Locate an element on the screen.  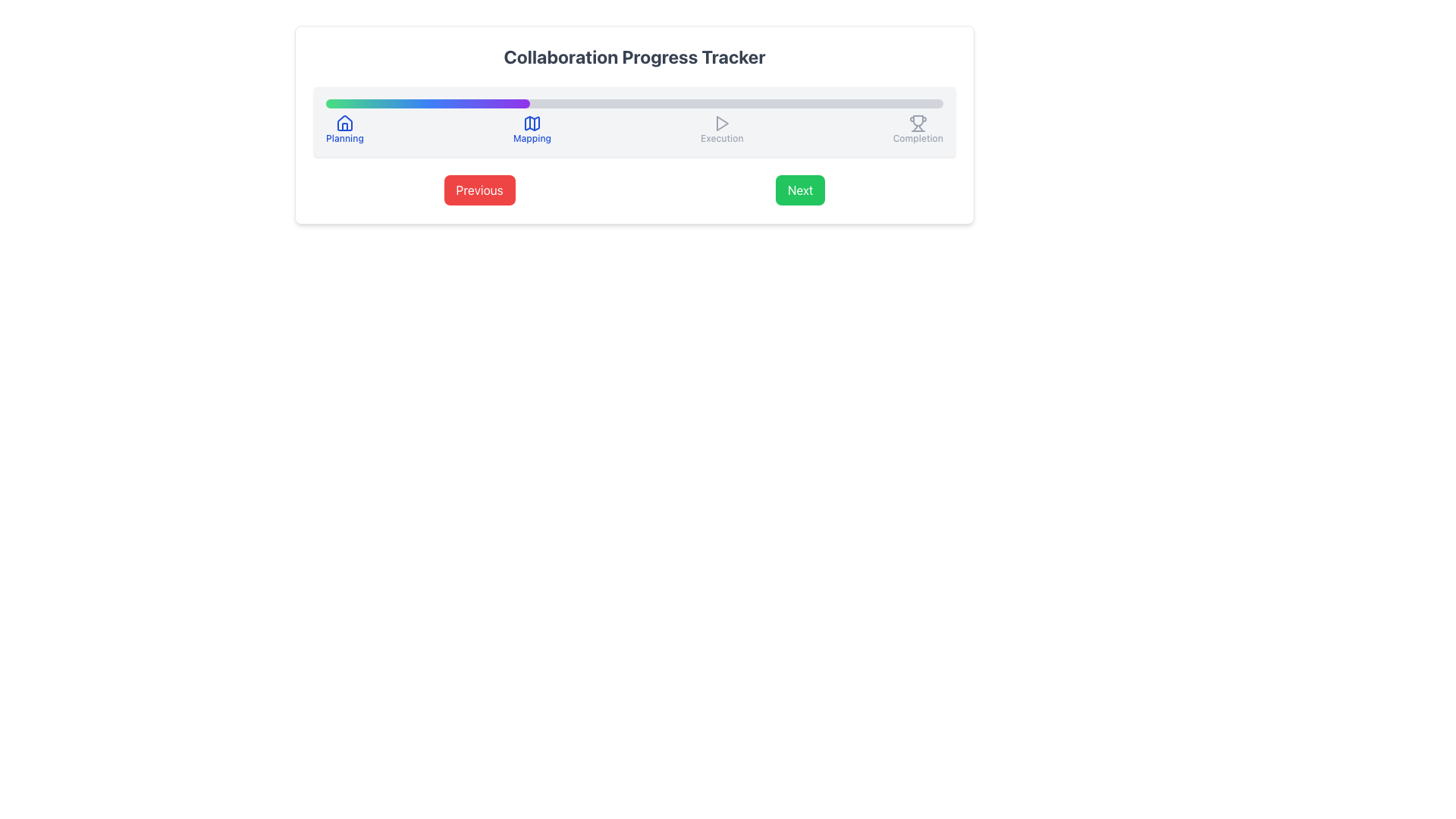
the house icon with a blue outline located above the 'Planning' label is located at coordinates (344, 122).